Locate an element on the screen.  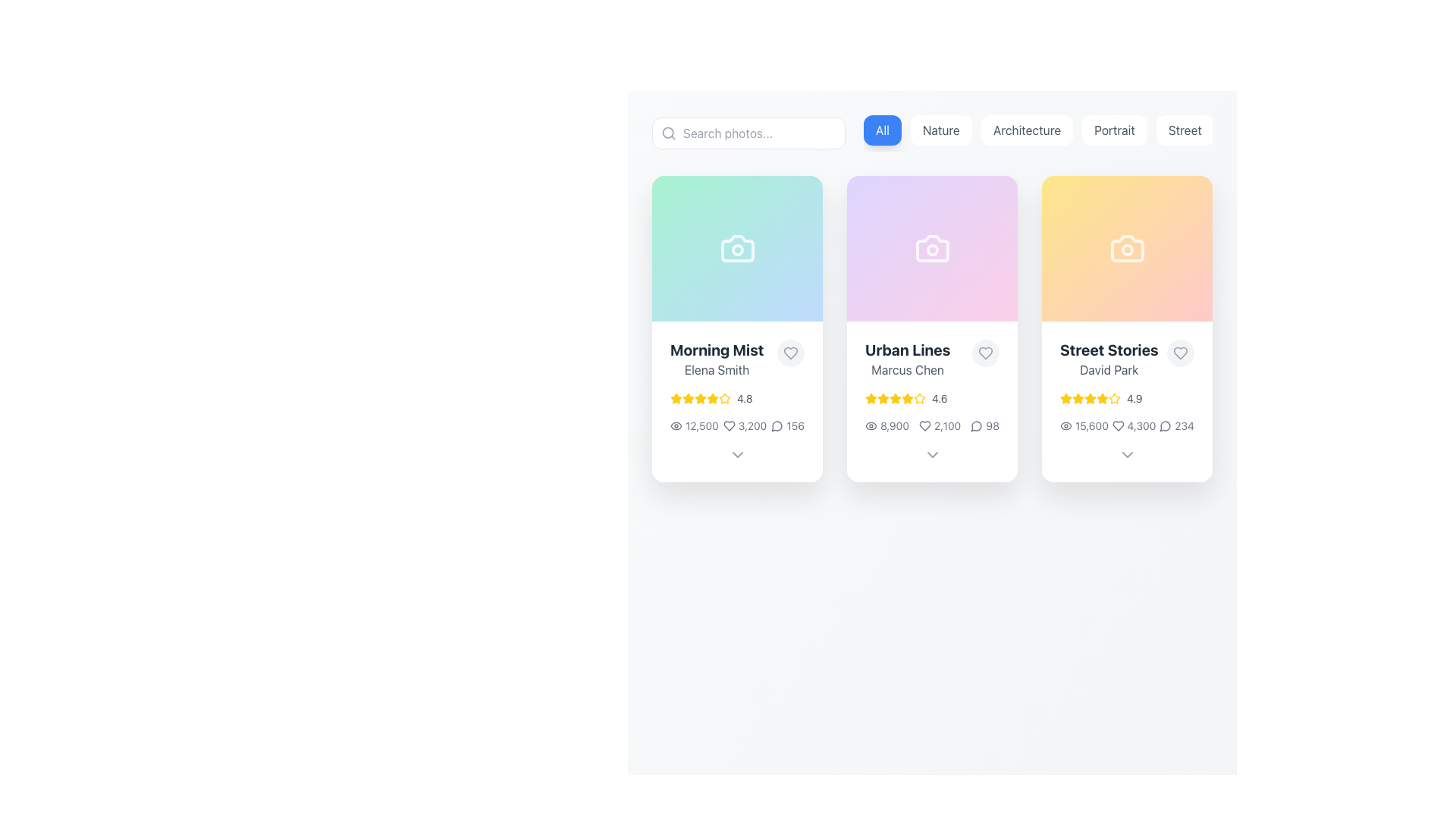
the fourth star icon representing the rating level in the 'Urban Lines' card to interact with the rating is located at coordinates (907, 397).